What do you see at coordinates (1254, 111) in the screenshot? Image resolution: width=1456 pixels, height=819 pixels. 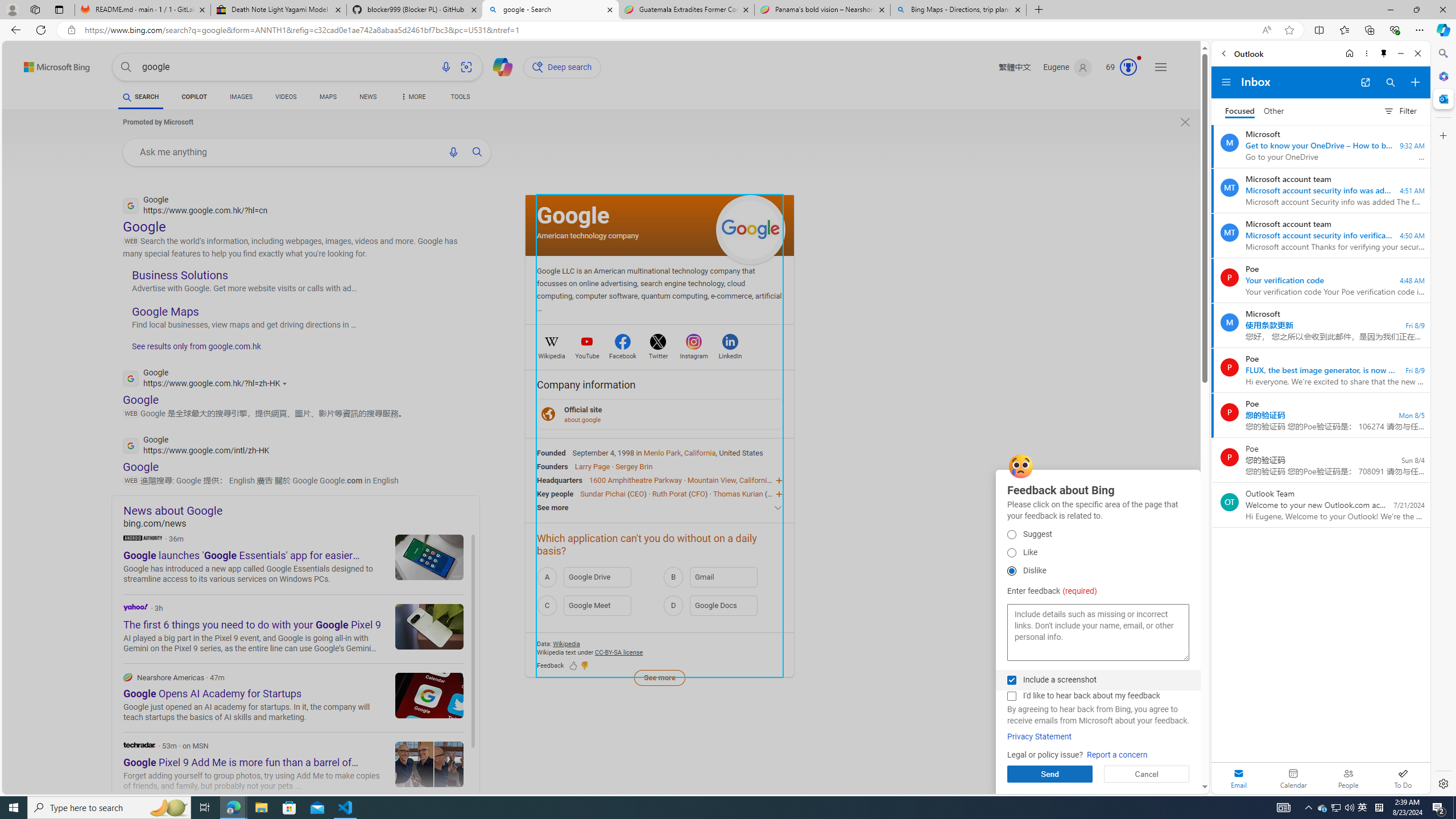 I see `'Focused Inbox, toggle to go to Other Inbox'` at bounding box center [1254, 111].